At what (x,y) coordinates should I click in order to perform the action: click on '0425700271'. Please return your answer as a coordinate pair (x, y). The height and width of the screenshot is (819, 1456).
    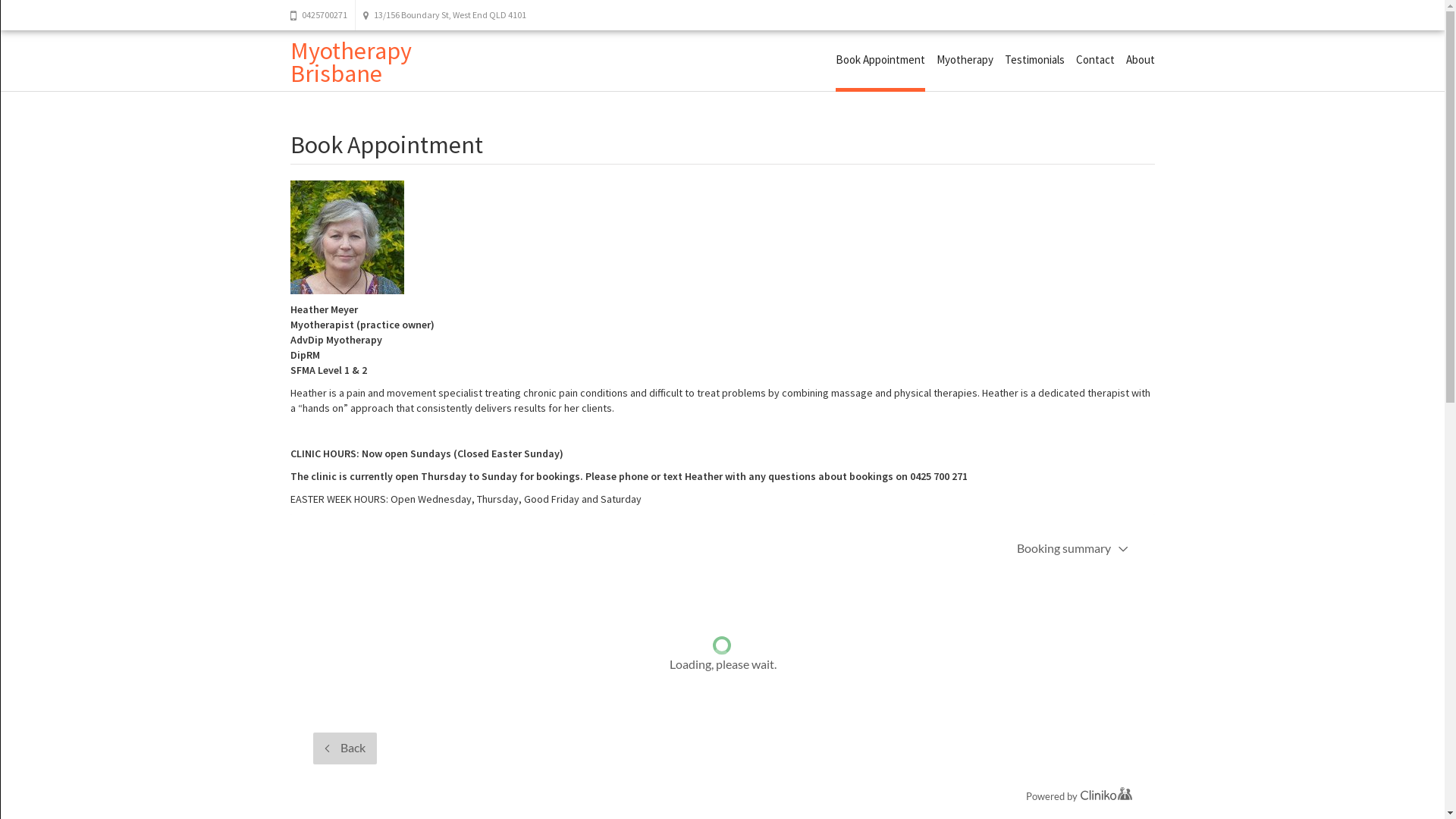
    Looking at the image, I should click on (322, 14).